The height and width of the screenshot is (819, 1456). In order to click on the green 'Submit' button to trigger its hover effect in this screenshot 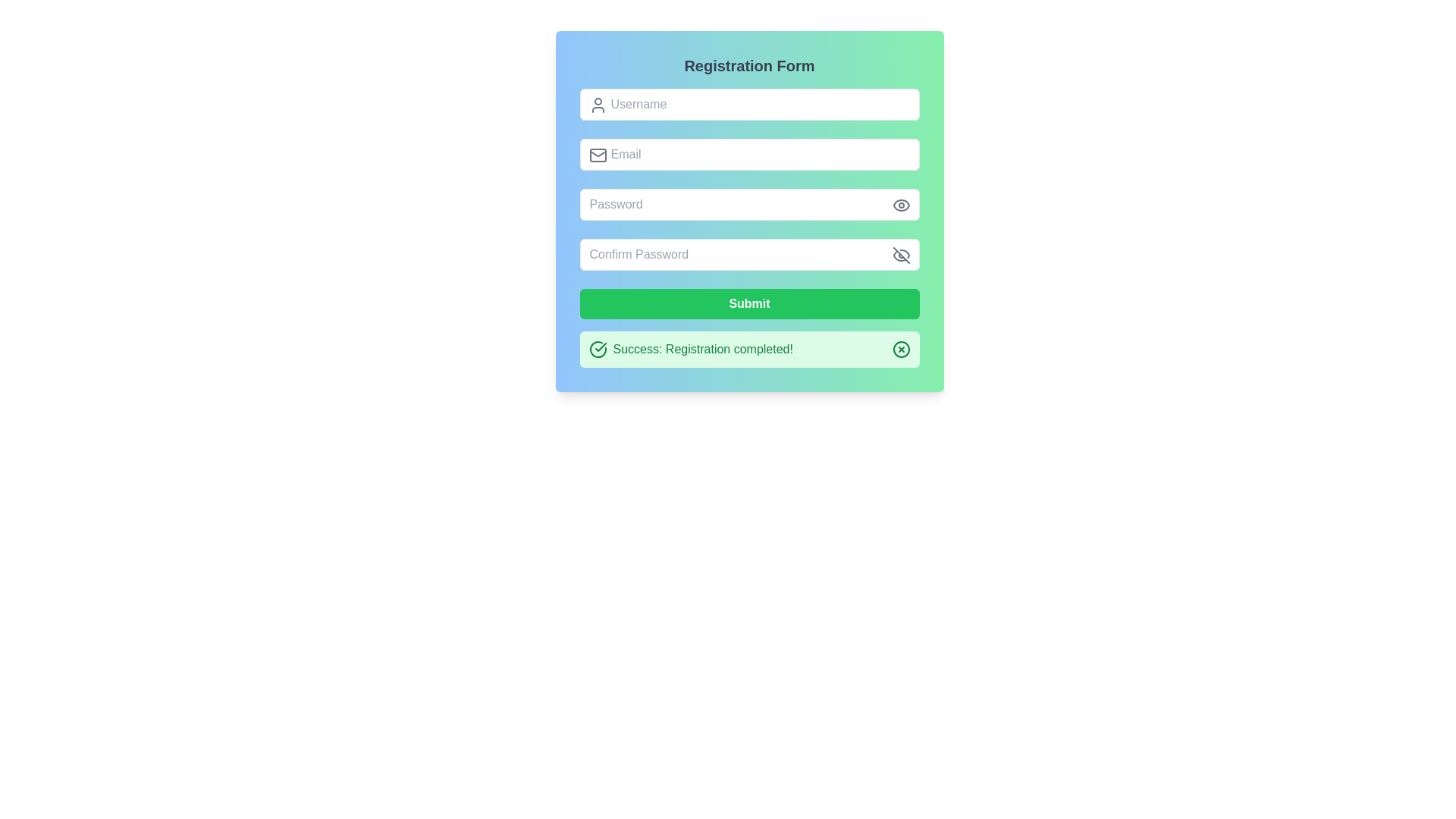, I will do `click(749, 304)`.